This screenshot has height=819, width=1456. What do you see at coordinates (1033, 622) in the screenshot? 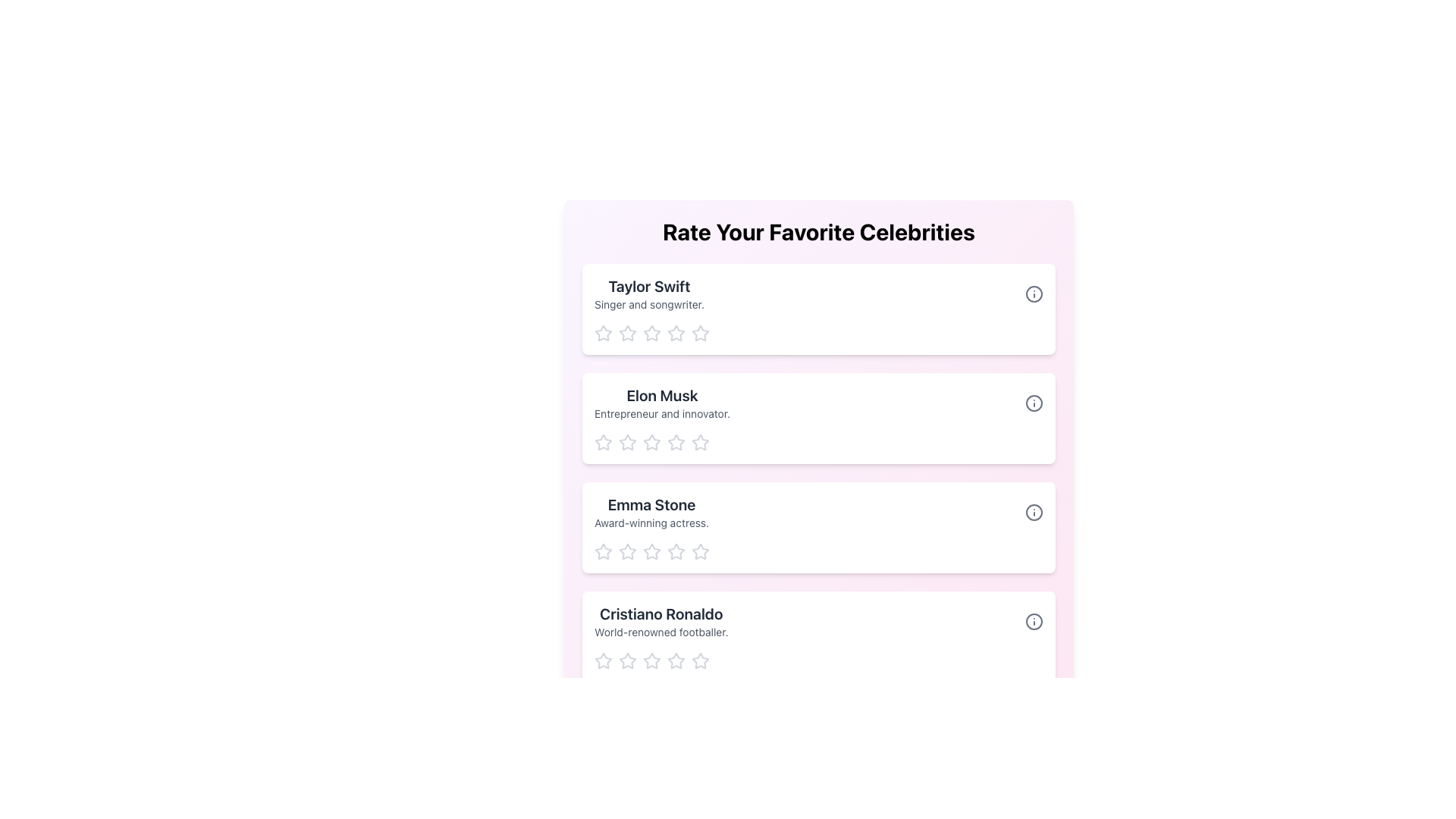
I see `the circle-shaped icon with an information symbol located at the far right end of the row labeled 'Cristiano Ronaldo'` at bounding box center [1033, 622].